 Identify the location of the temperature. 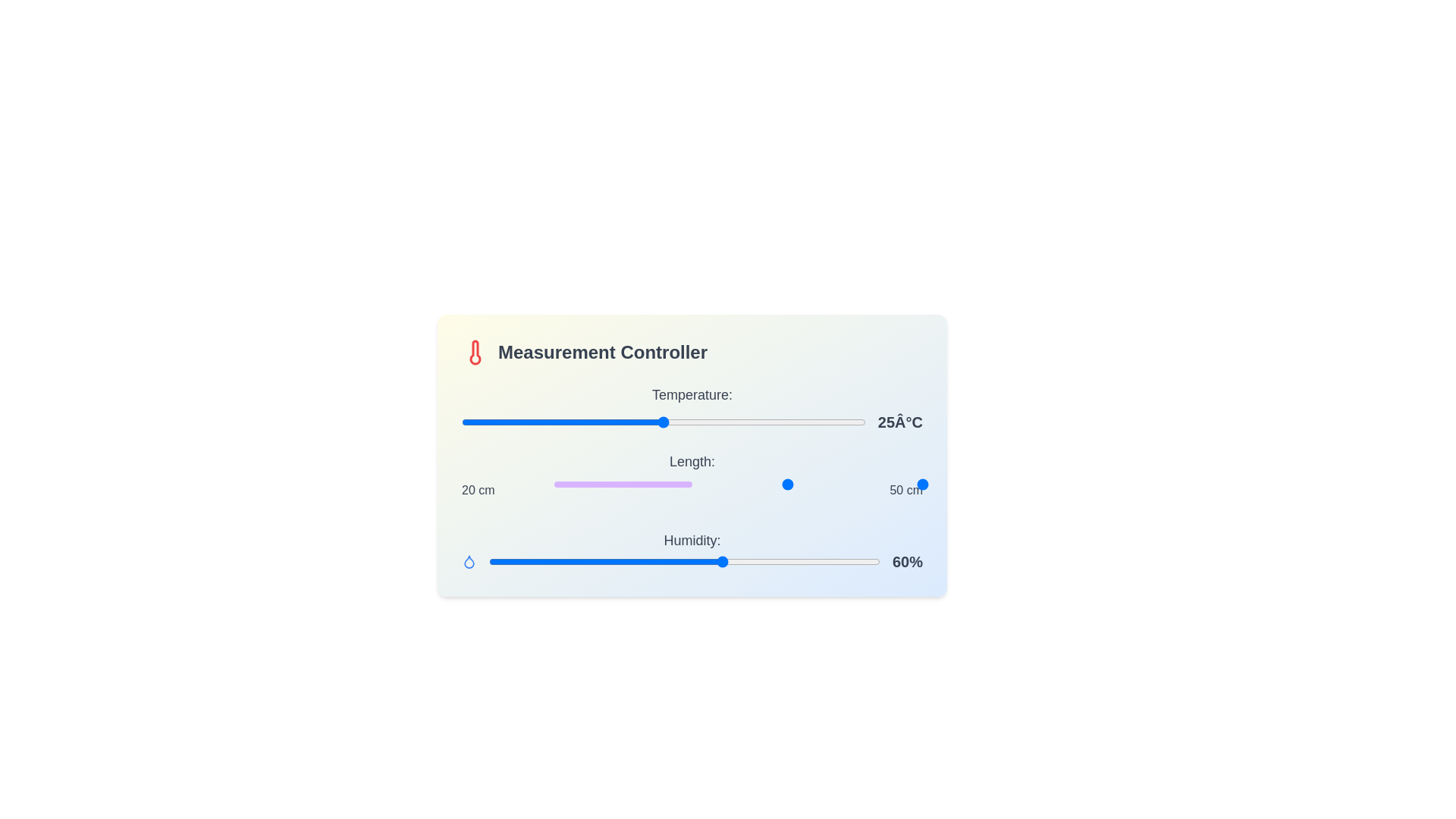
(695, 422).